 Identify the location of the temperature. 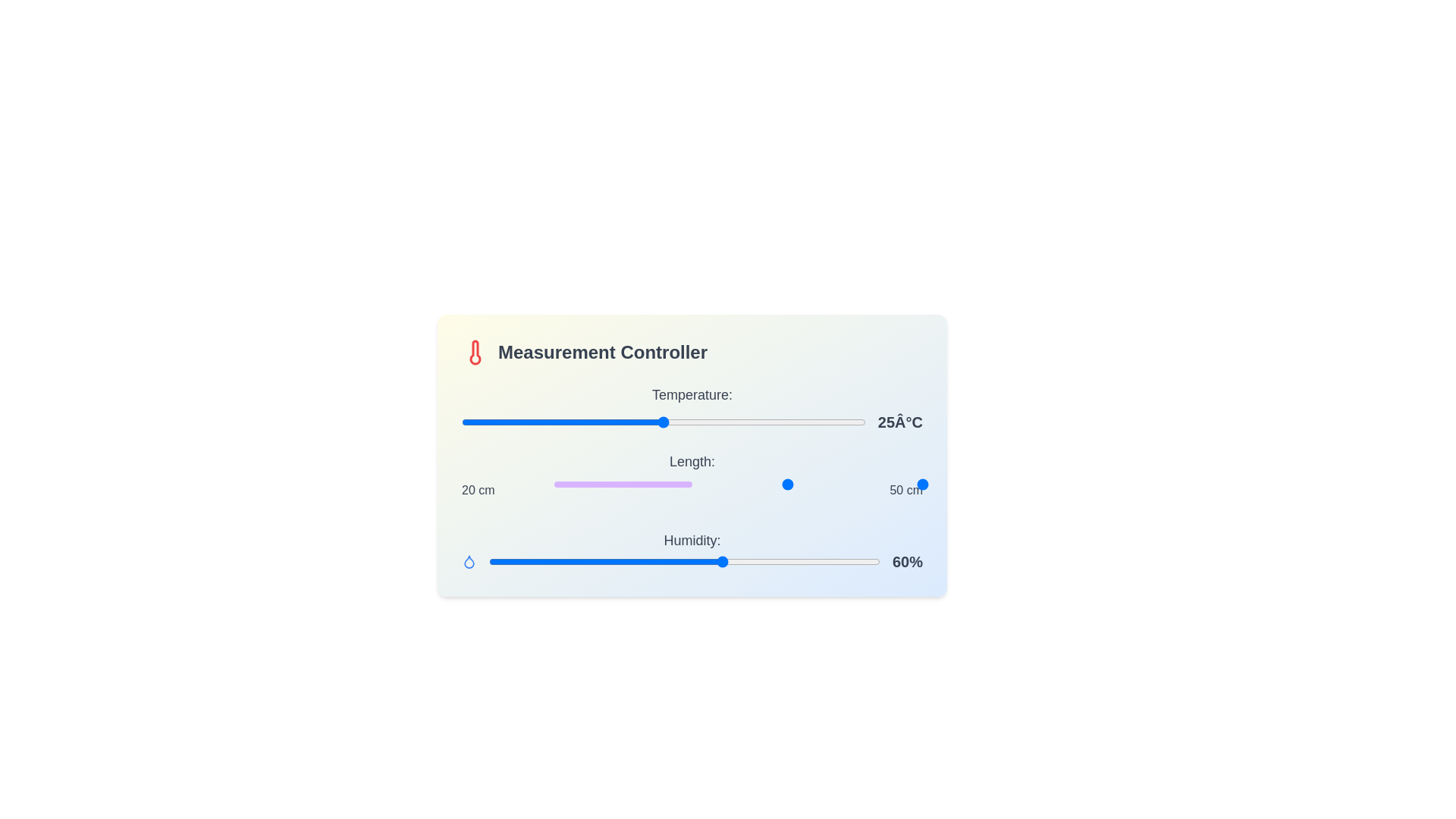
(695, 422).